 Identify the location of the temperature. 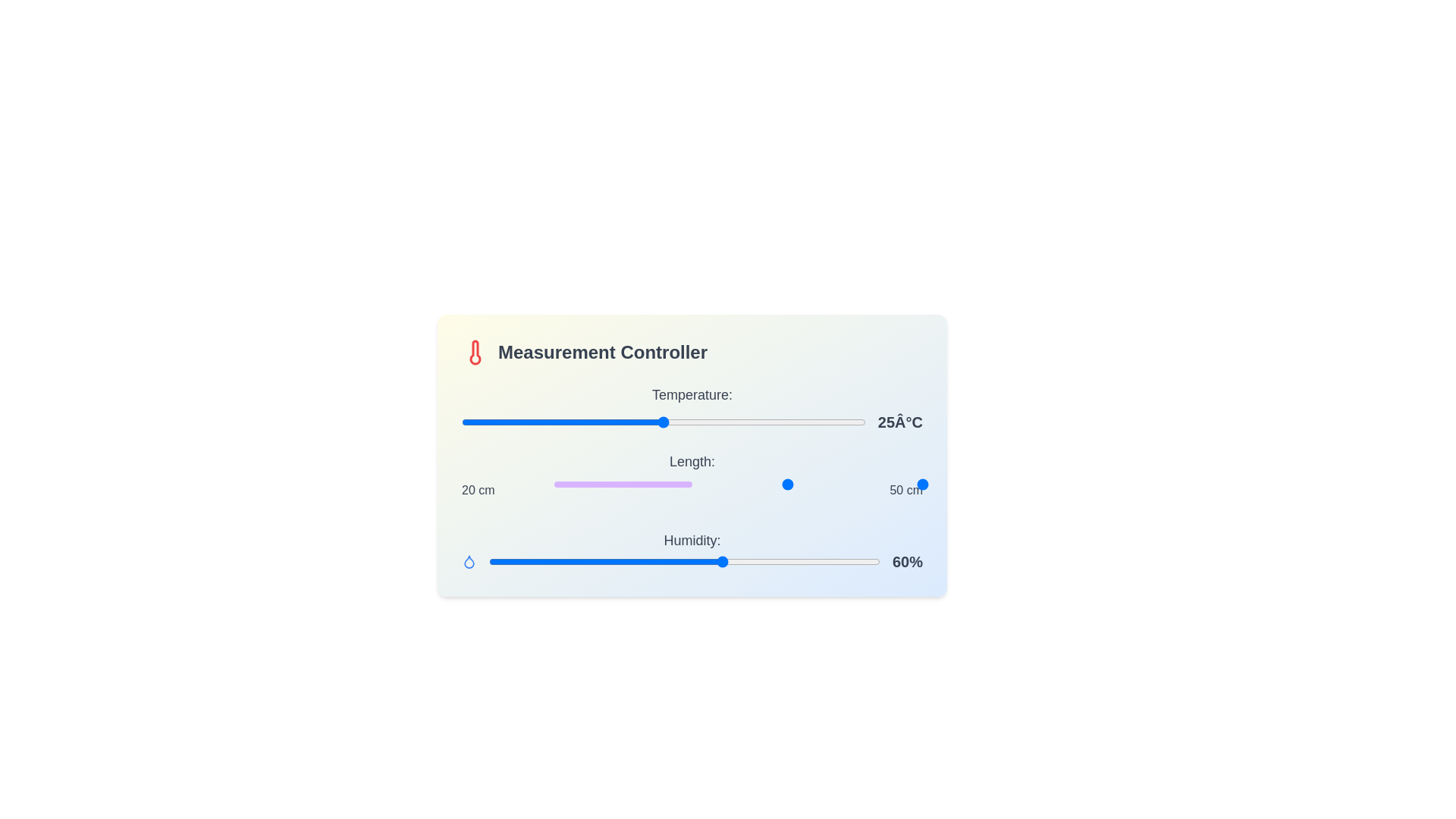
(695, 422).